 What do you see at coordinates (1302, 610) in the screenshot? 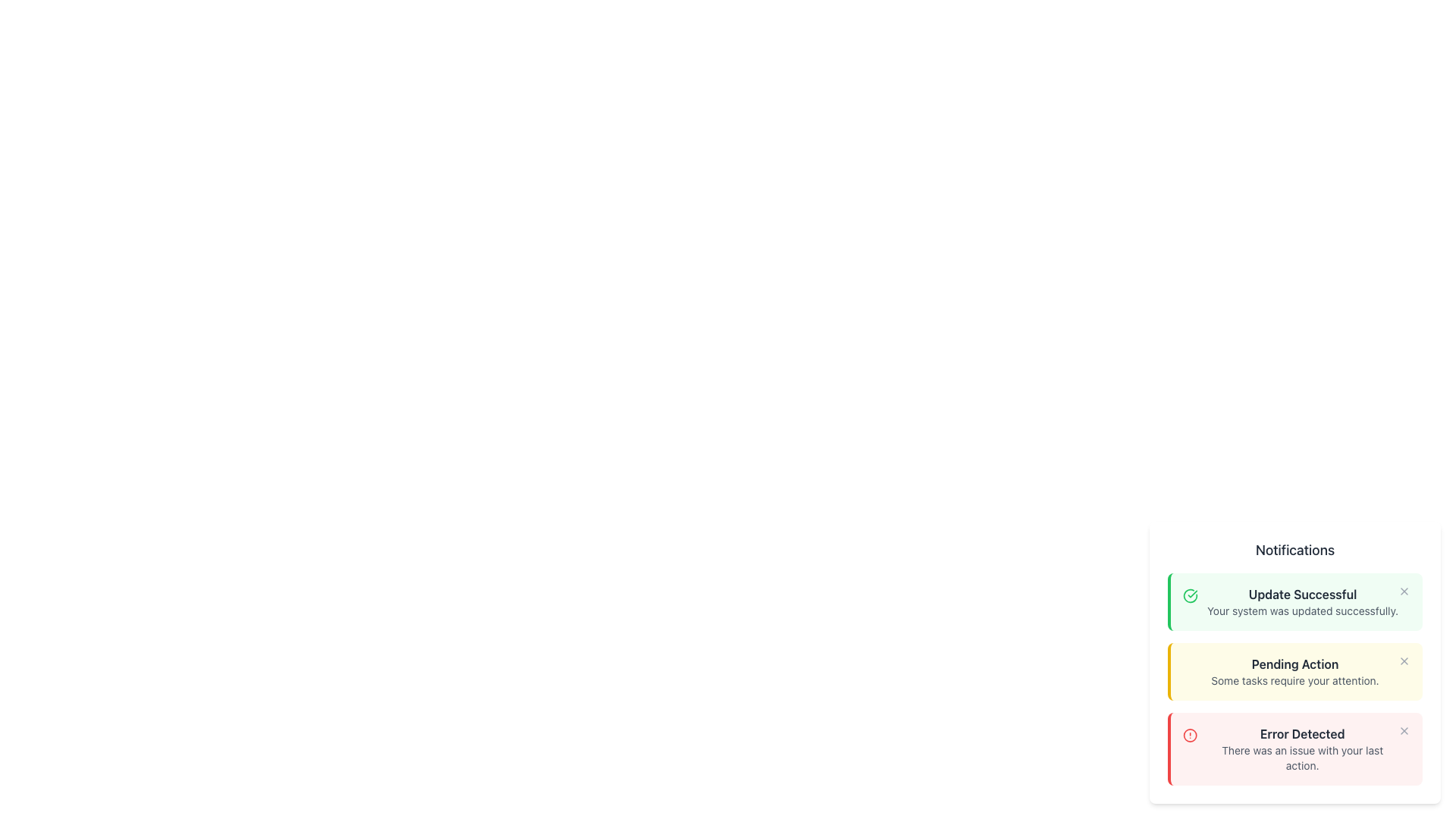
I see `text label displaying 'Your system was updated successfully.' located below the title 'Update Successful' in the green notification card` at bounding box center [1302, 610].